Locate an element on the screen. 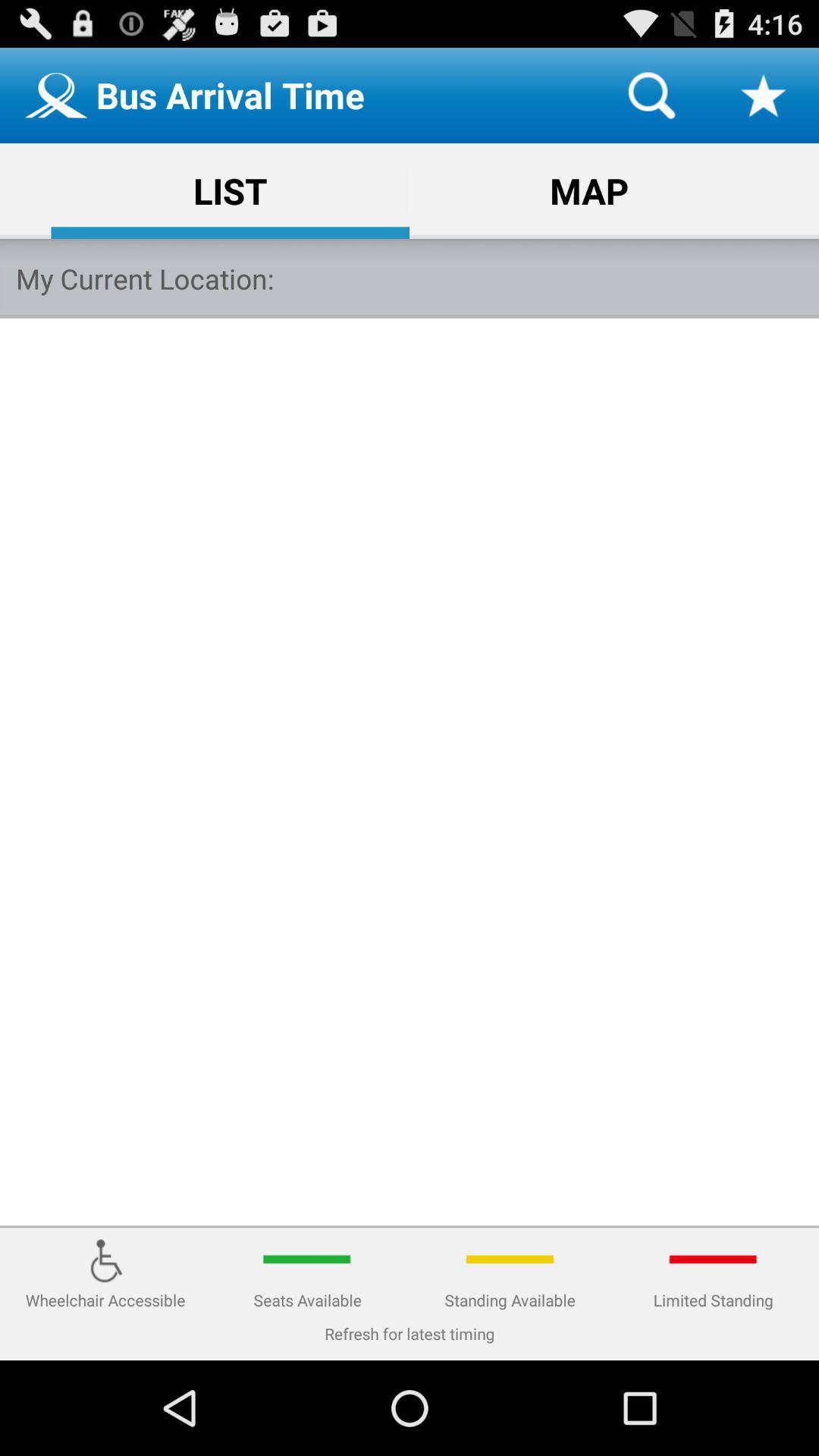  item next to bus arrival time app is located at coordinates (651, 94).